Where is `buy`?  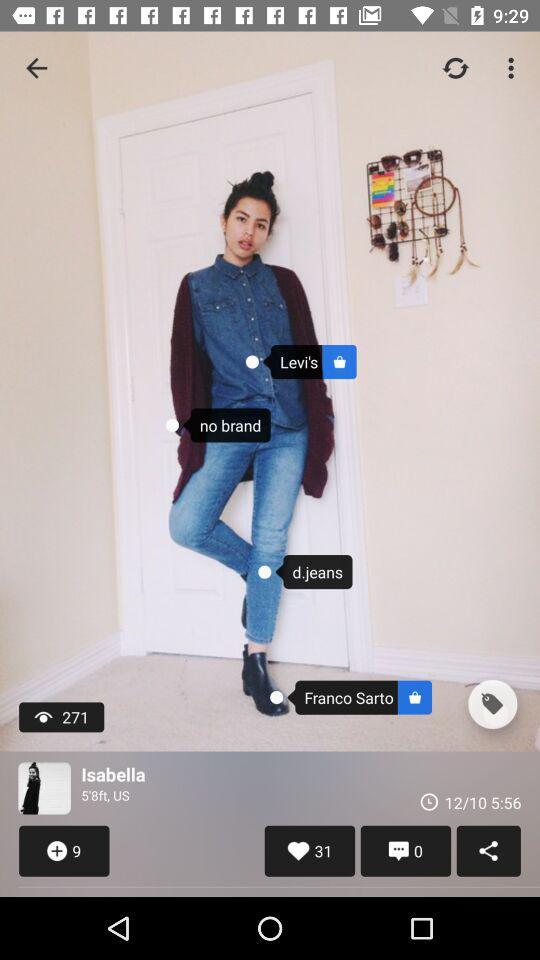
buy is located at coordinates (491, 704).